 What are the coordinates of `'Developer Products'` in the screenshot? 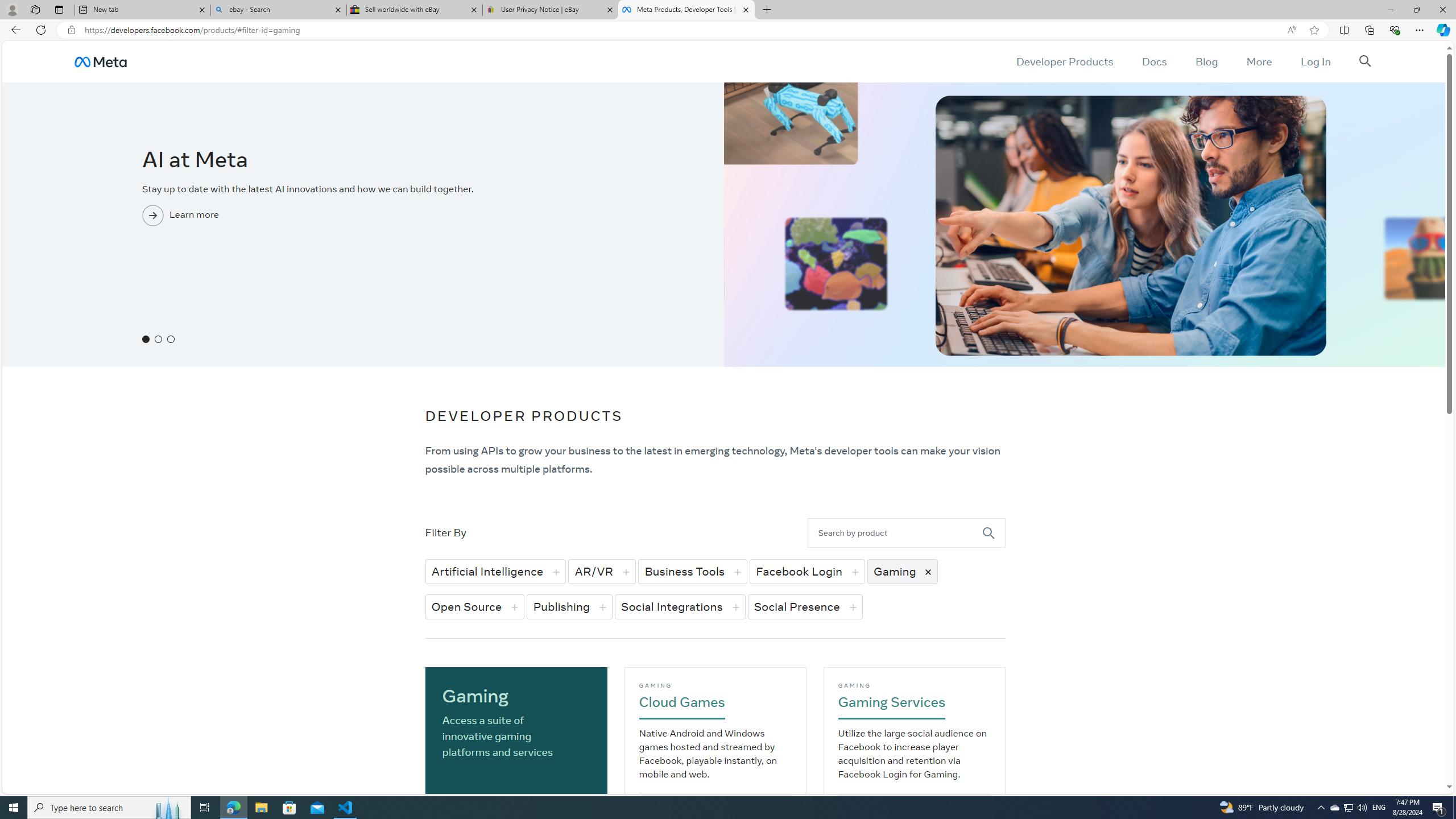 It's located at (1064, 61).